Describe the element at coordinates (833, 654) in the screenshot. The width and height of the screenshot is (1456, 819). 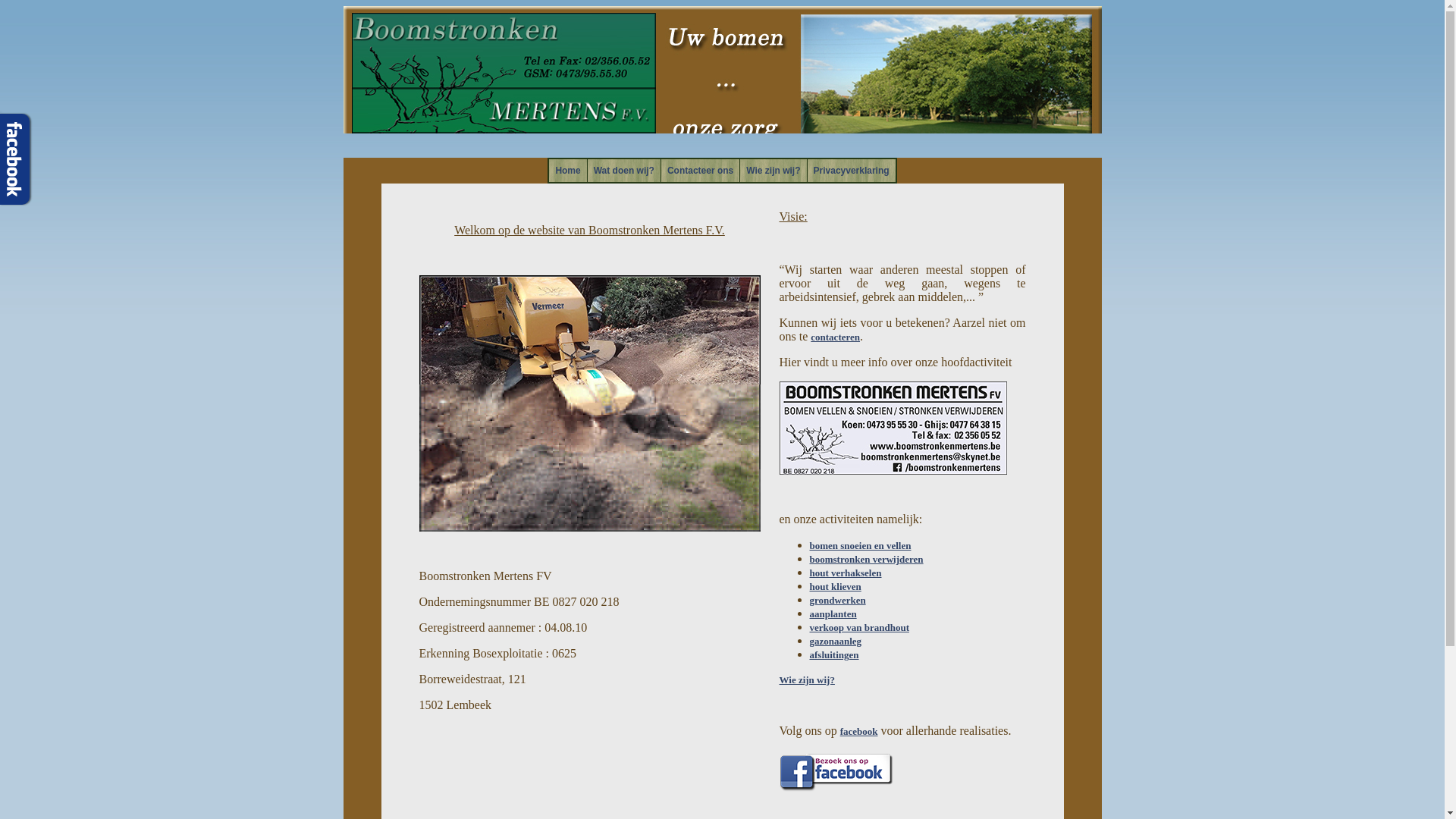
I see `'afsluitingen'` at that location.